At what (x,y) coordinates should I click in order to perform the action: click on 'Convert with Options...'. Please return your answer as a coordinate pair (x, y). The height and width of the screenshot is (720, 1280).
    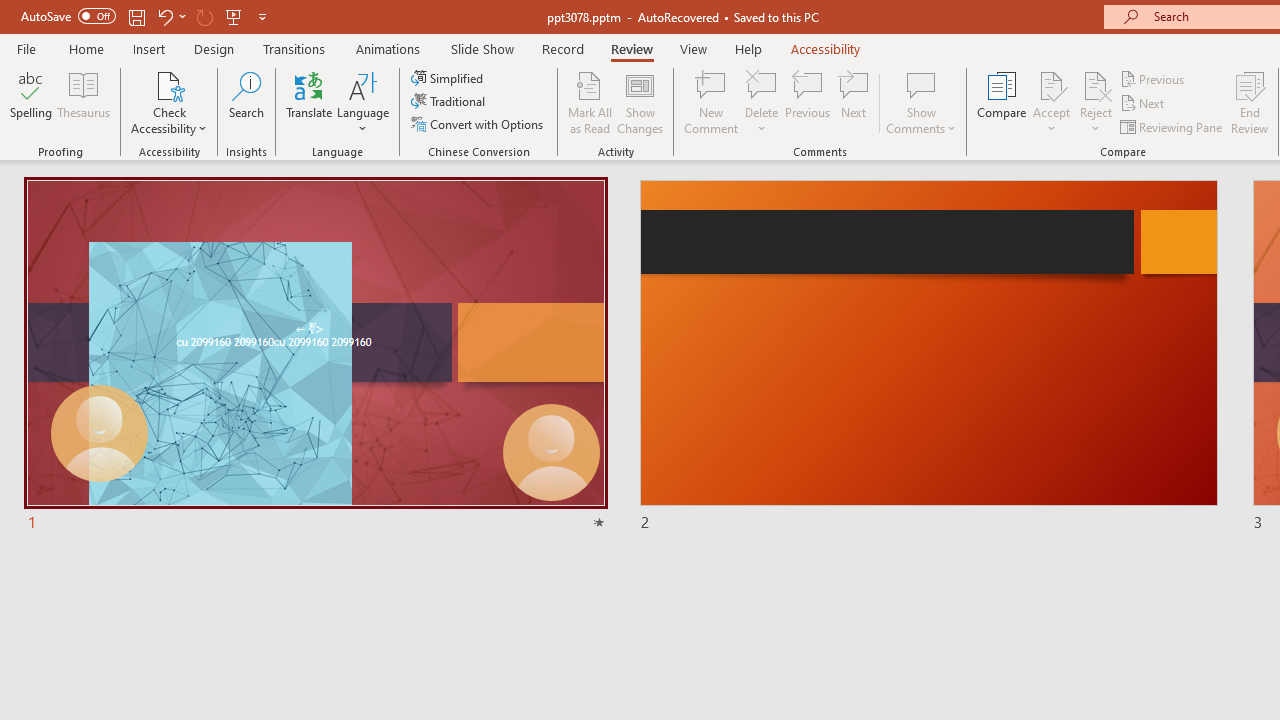
    Looking at the image, I should click on (478, 124).